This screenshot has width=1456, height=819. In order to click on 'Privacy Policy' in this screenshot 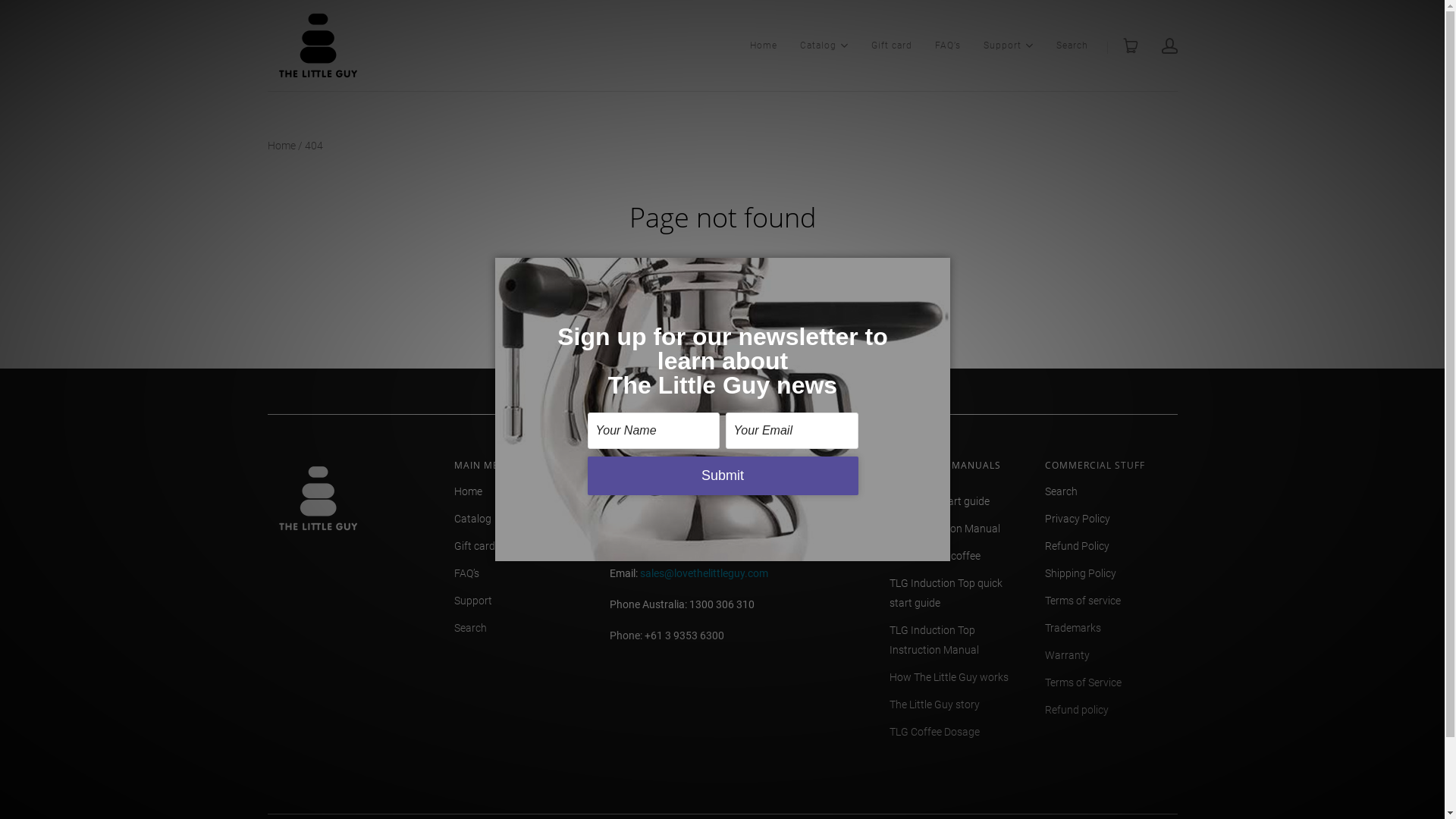, I will do `click(1076, 517)`.